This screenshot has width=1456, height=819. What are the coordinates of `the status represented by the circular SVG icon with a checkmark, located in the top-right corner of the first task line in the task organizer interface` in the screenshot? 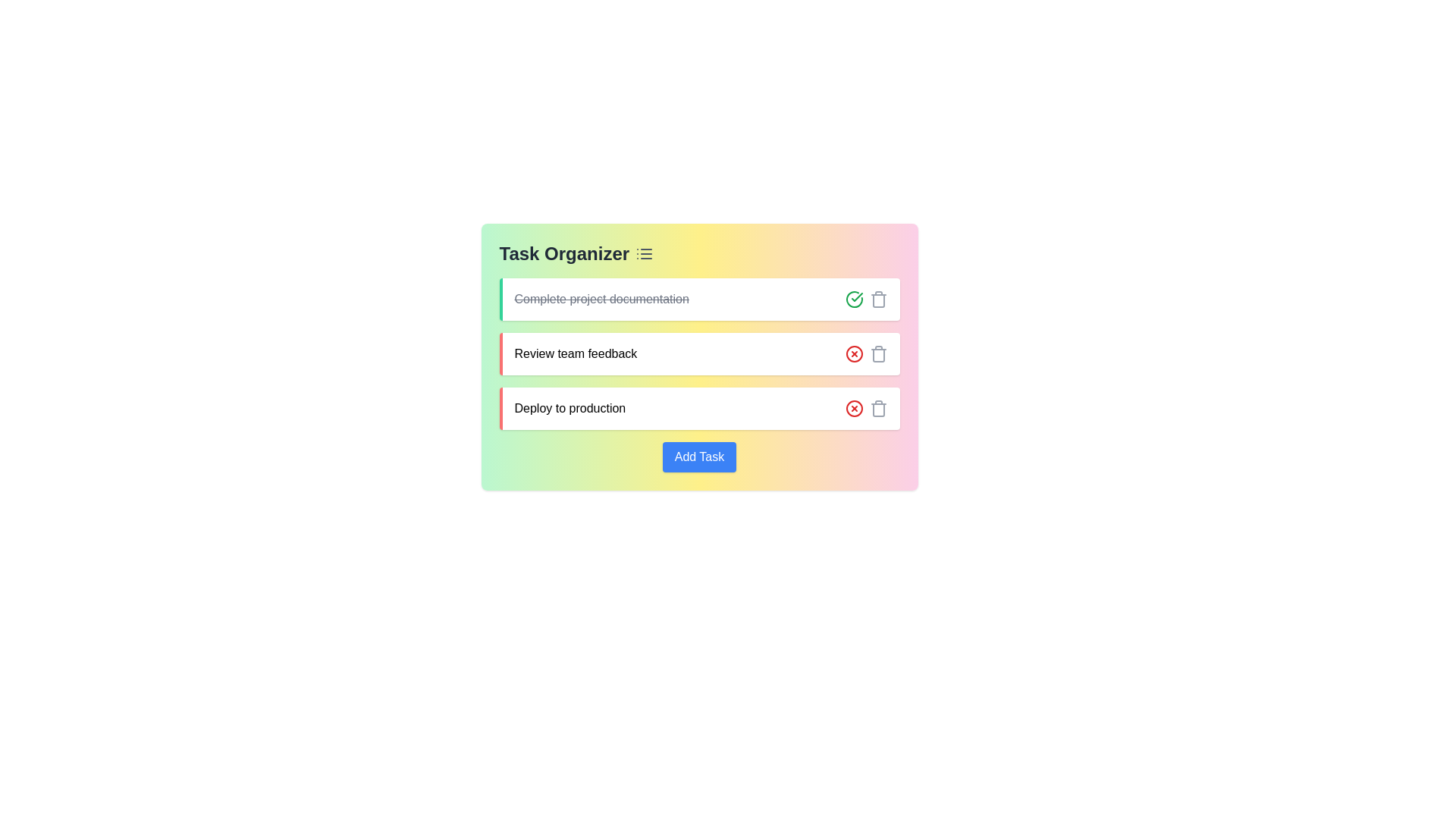 It's located at (854, 299).